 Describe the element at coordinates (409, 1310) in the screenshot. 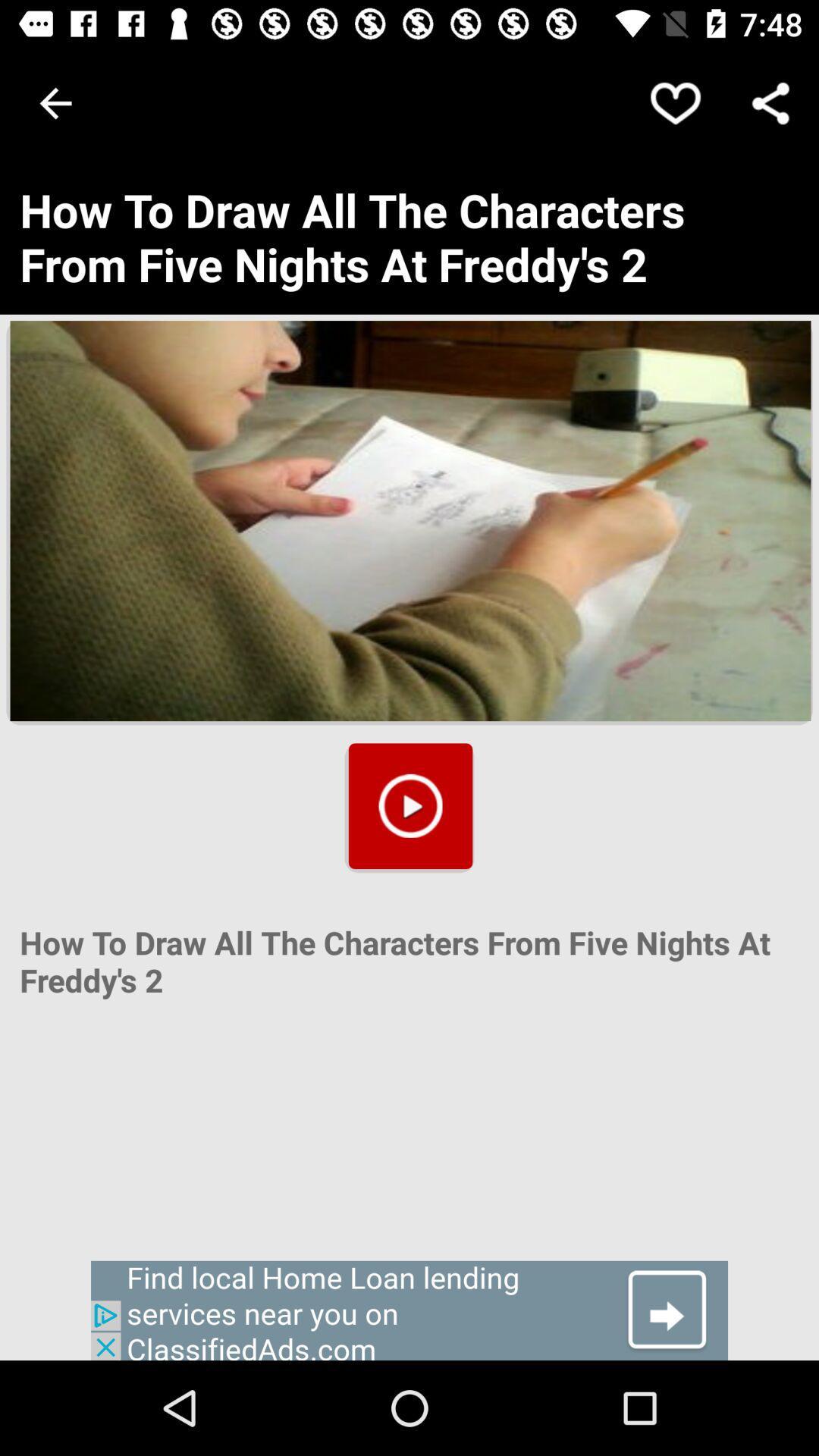

I see `open advertisement` at that location.